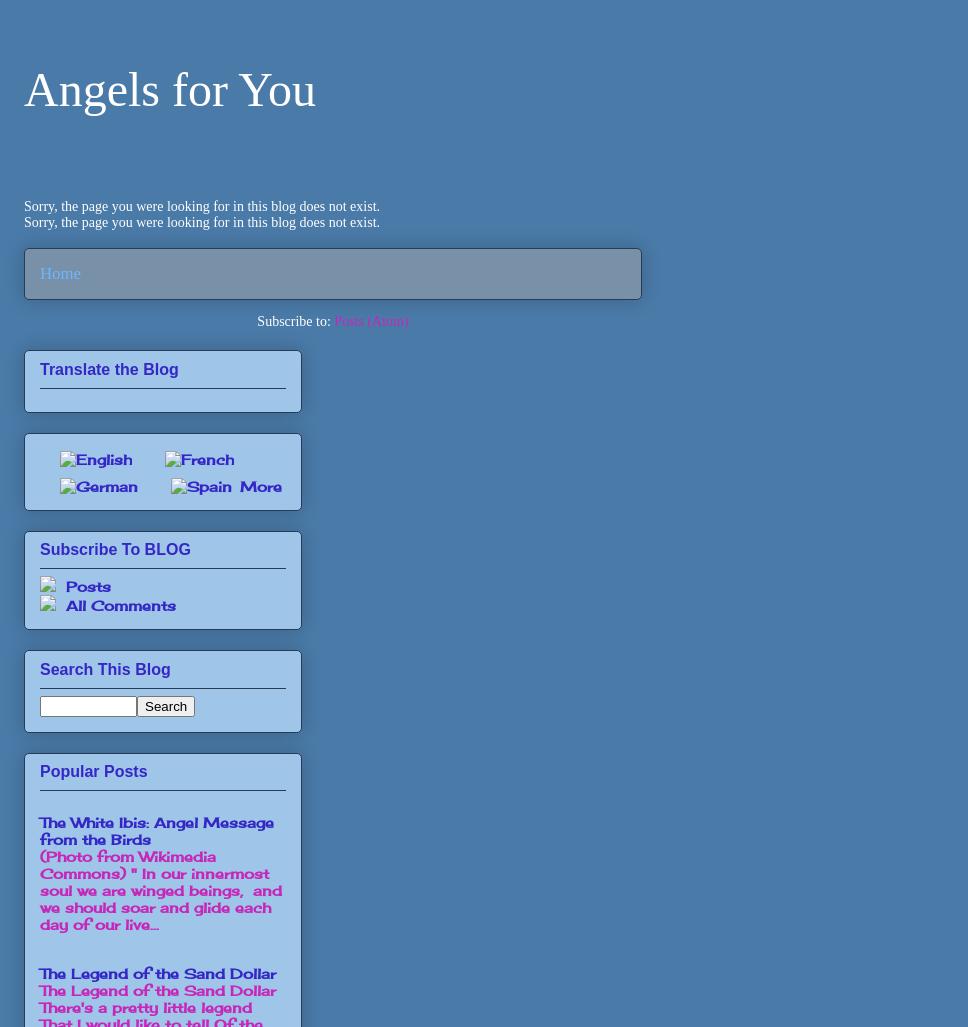  Describe the element at coordinates (260, 485) in the screenshot. I see `'More'` at that location.